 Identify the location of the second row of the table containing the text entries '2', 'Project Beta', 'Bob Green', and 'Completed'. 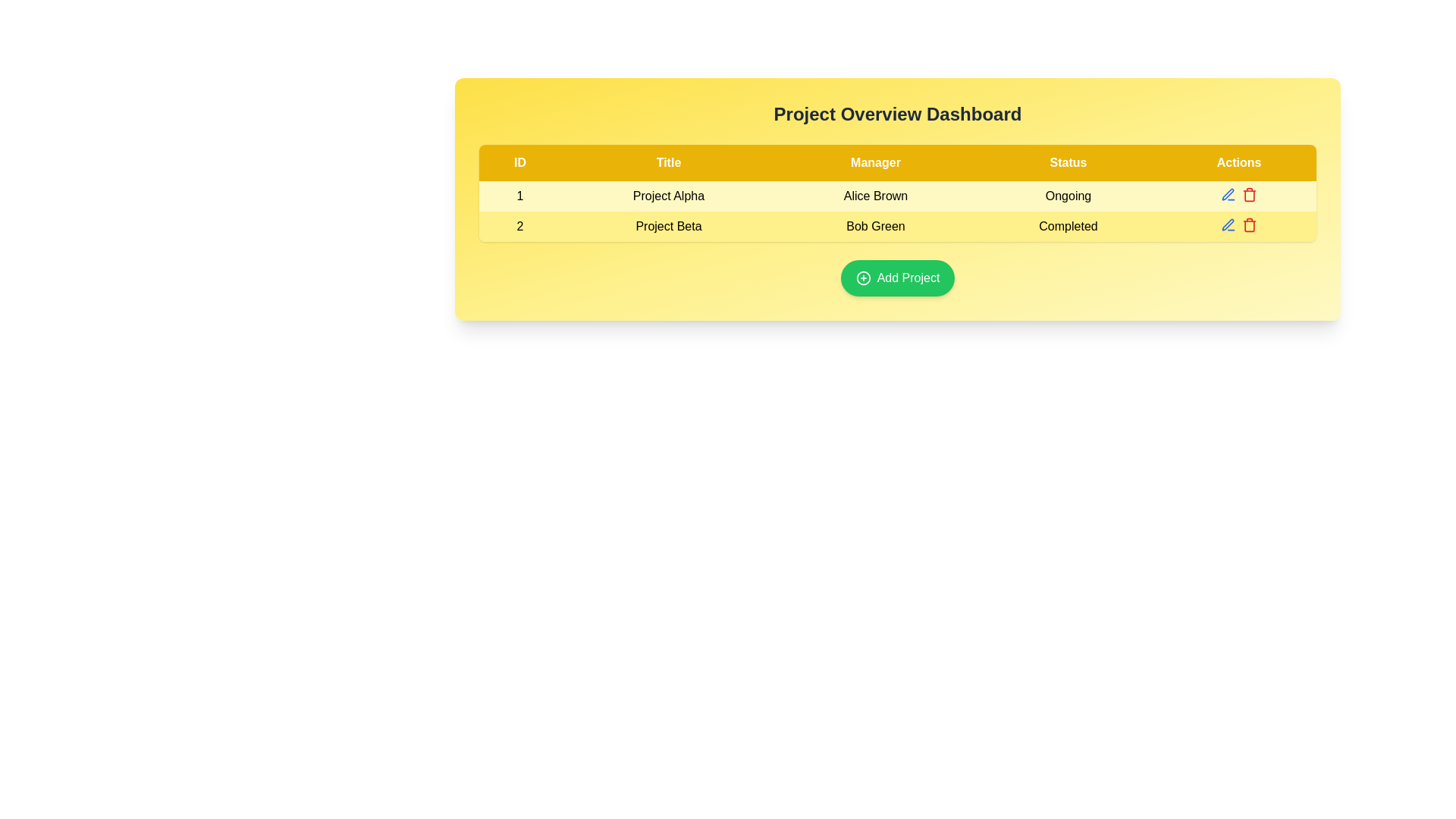
(898, 211).